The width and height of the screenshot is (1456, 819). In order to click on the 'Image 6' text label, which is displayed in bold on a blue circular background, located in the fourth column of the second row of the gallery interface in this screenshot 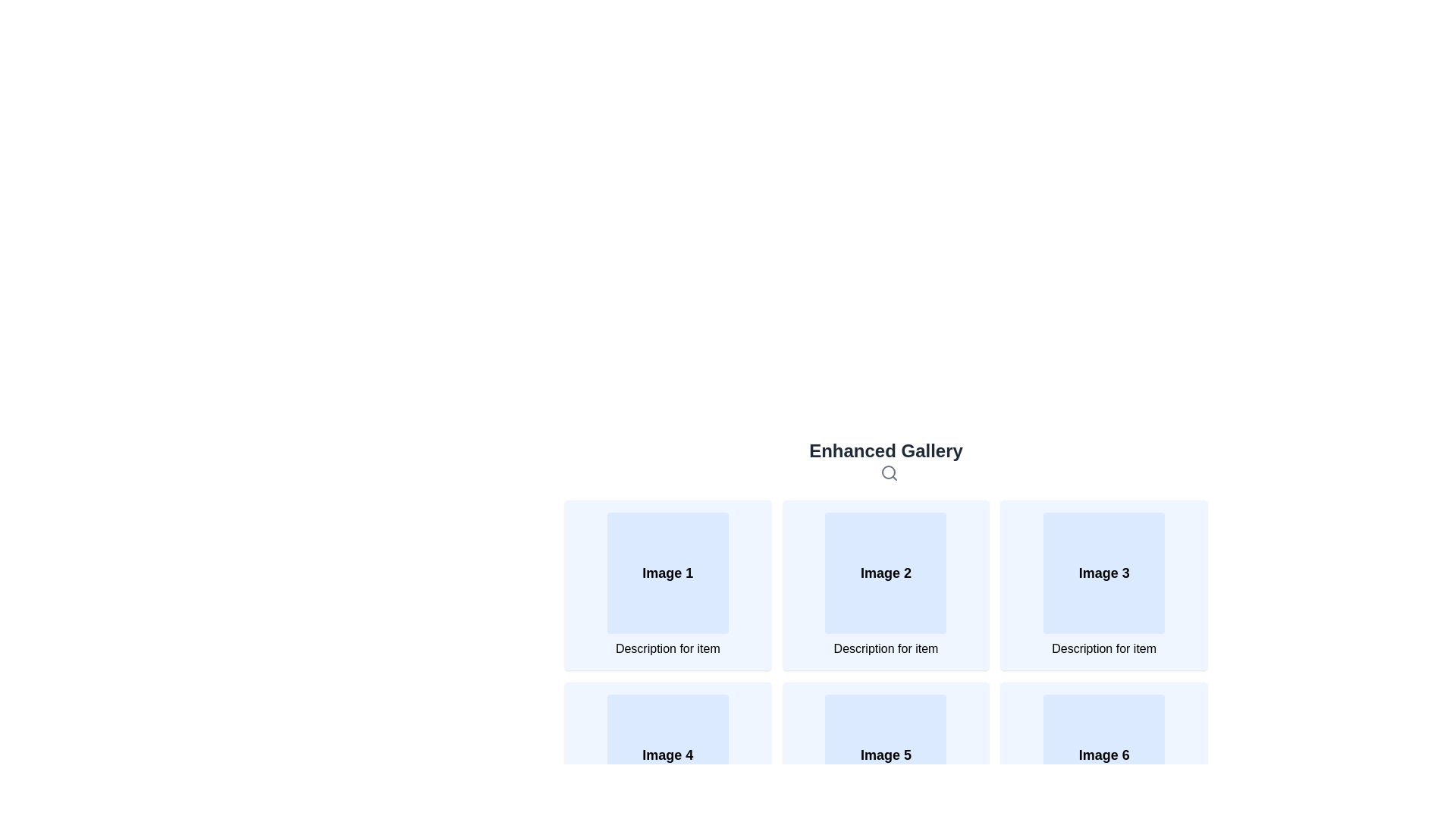, I will do `click(1104, 755)`.